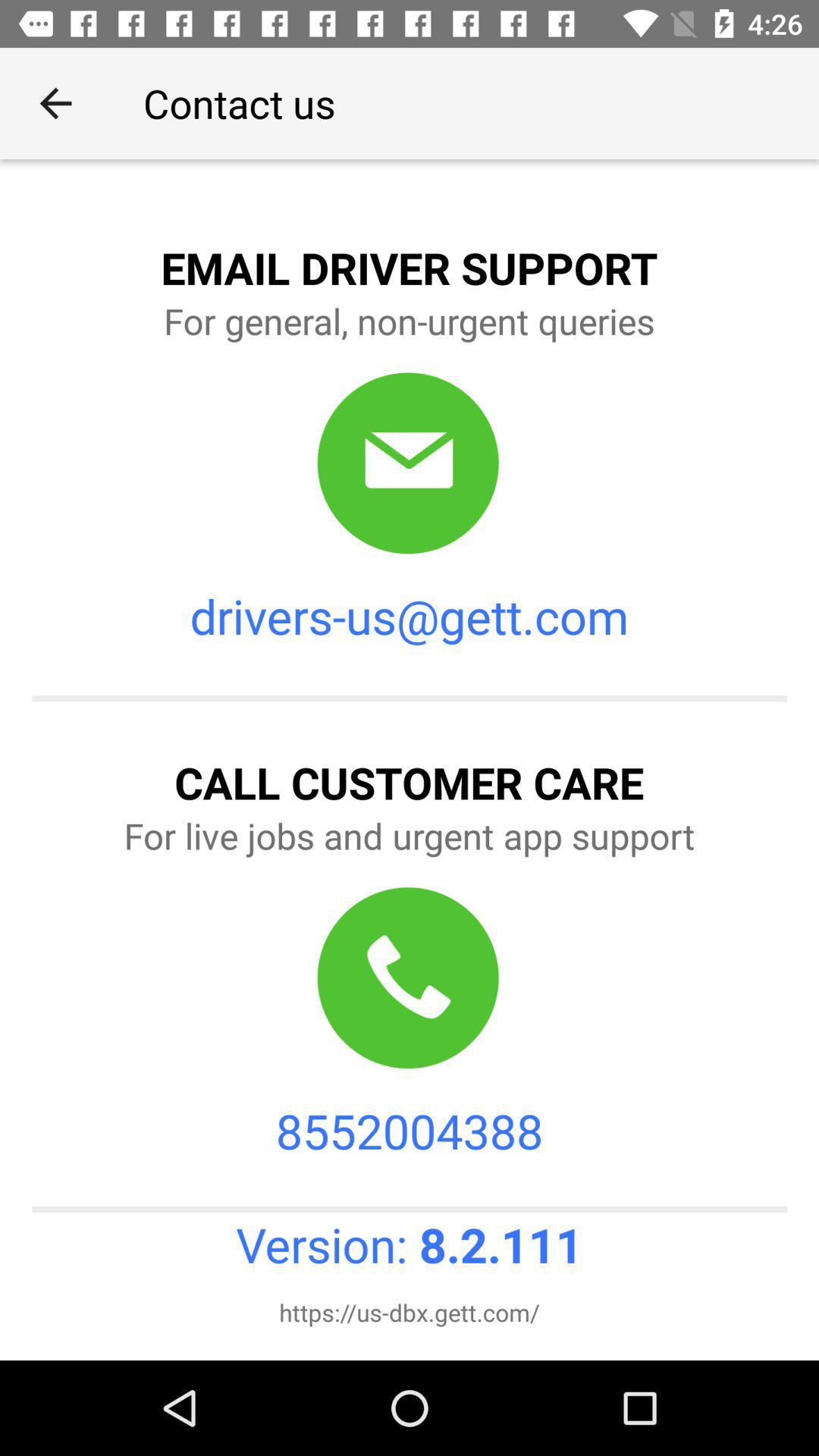 Image resolution: width=819 pixels, height=1456 pixels. Describe the element at coordinates (409, 1131) in the screenshot. I see `8552004388` at that location.